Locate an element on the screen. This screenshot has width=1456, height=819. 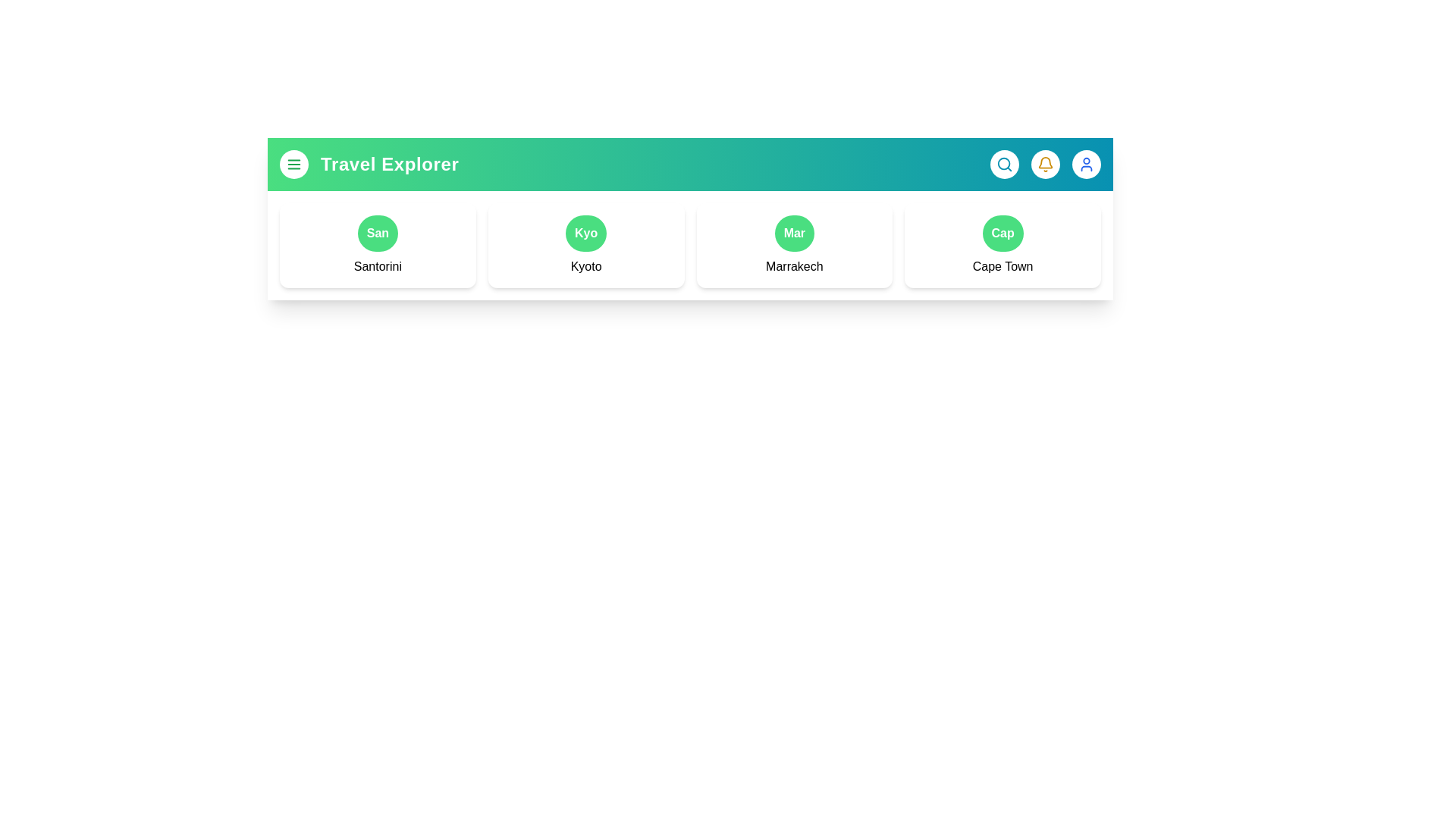
the user profile icon button is located at coordinates (1086, 164).